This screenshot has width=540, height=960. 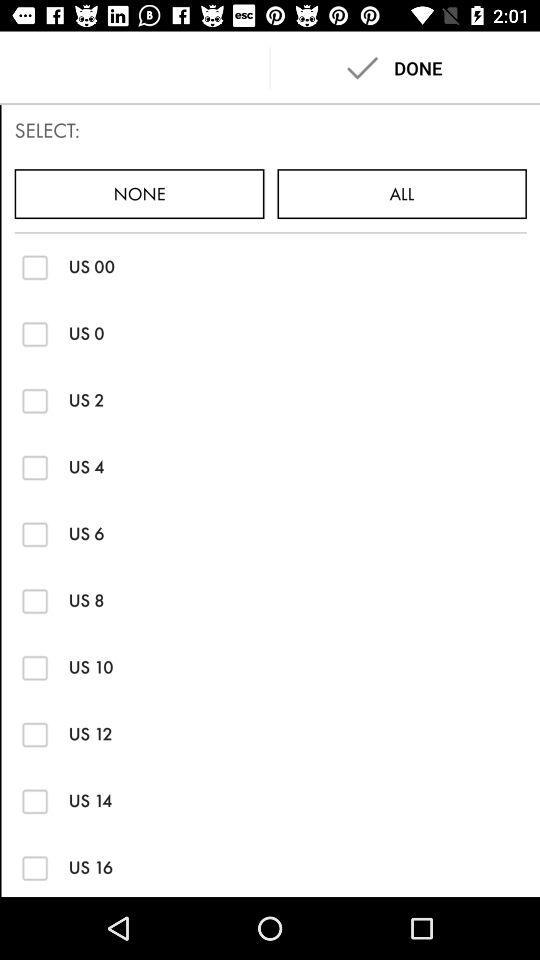 I want to click on list option, so click(x=35, y=866).